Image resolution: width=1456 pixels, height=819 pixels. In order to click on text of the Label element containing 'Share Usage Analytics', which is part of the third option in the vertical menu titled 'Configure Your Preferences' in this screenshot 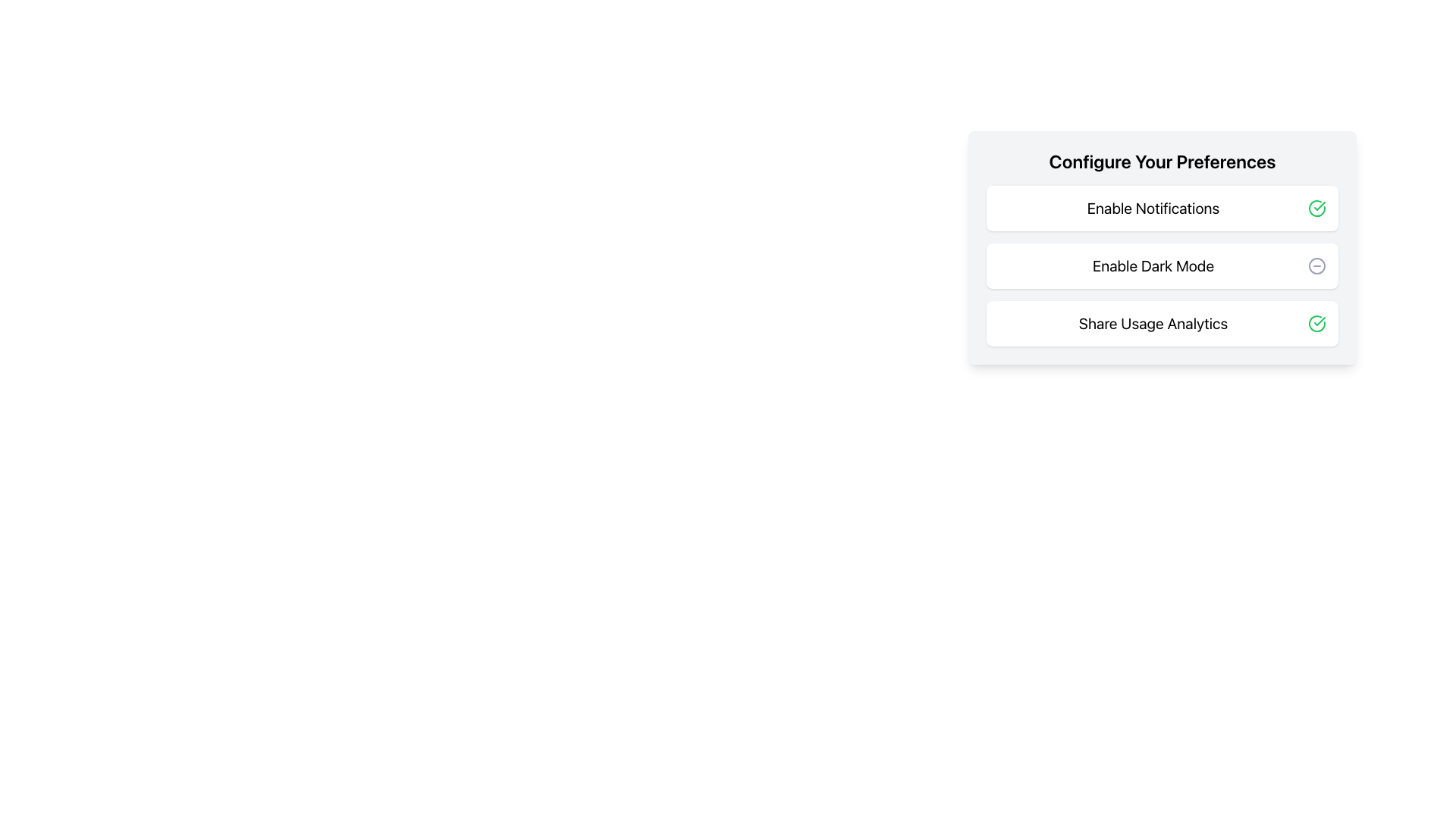, I will do `click(1153, 323)`.